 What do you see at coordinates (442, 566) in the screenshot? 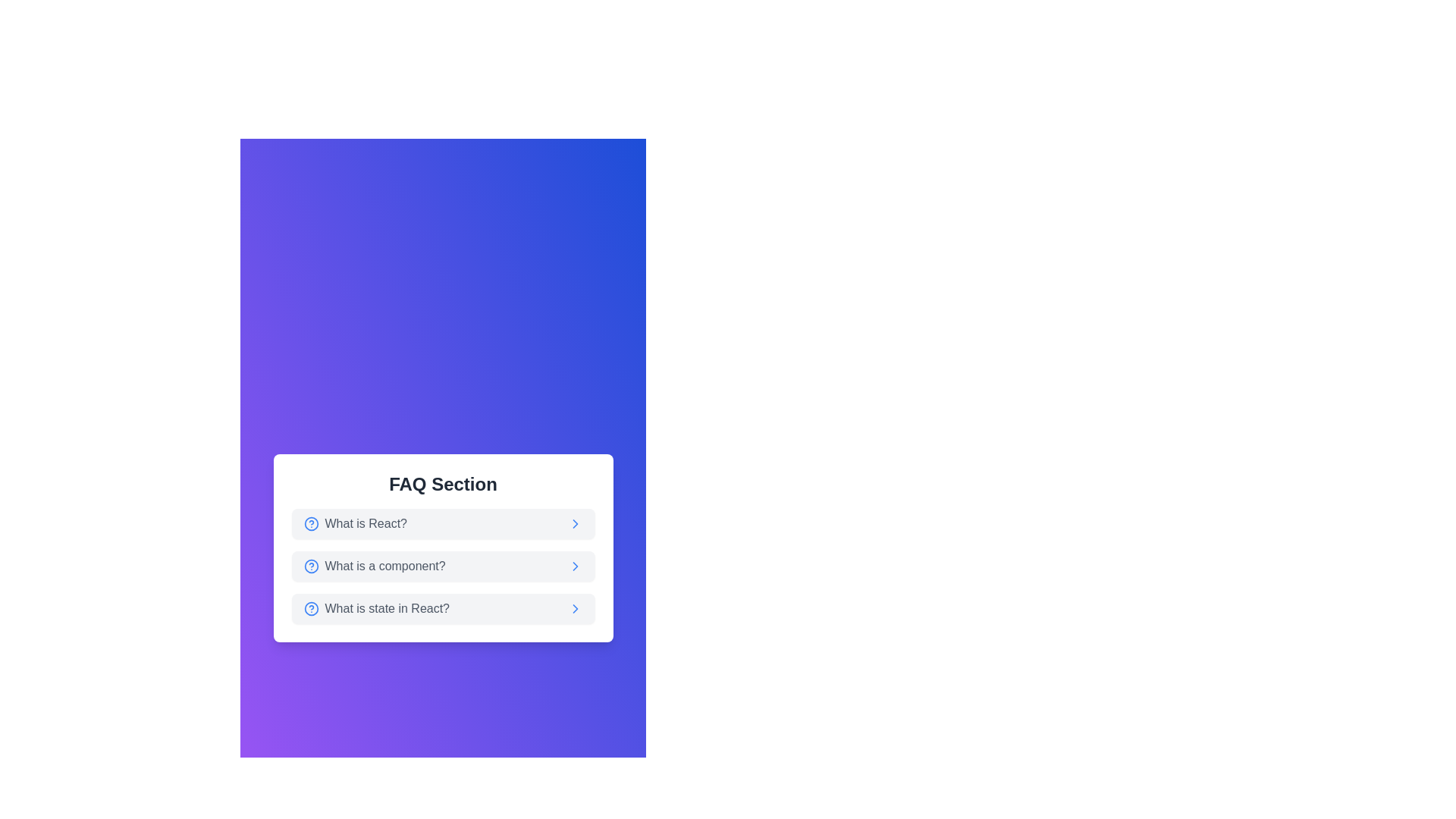
I see `the composite UI element labeled 'What is a component?' which includes a left-aligned question mark icon and a right-aligned chevron icon` at bounding box center [442, 566].